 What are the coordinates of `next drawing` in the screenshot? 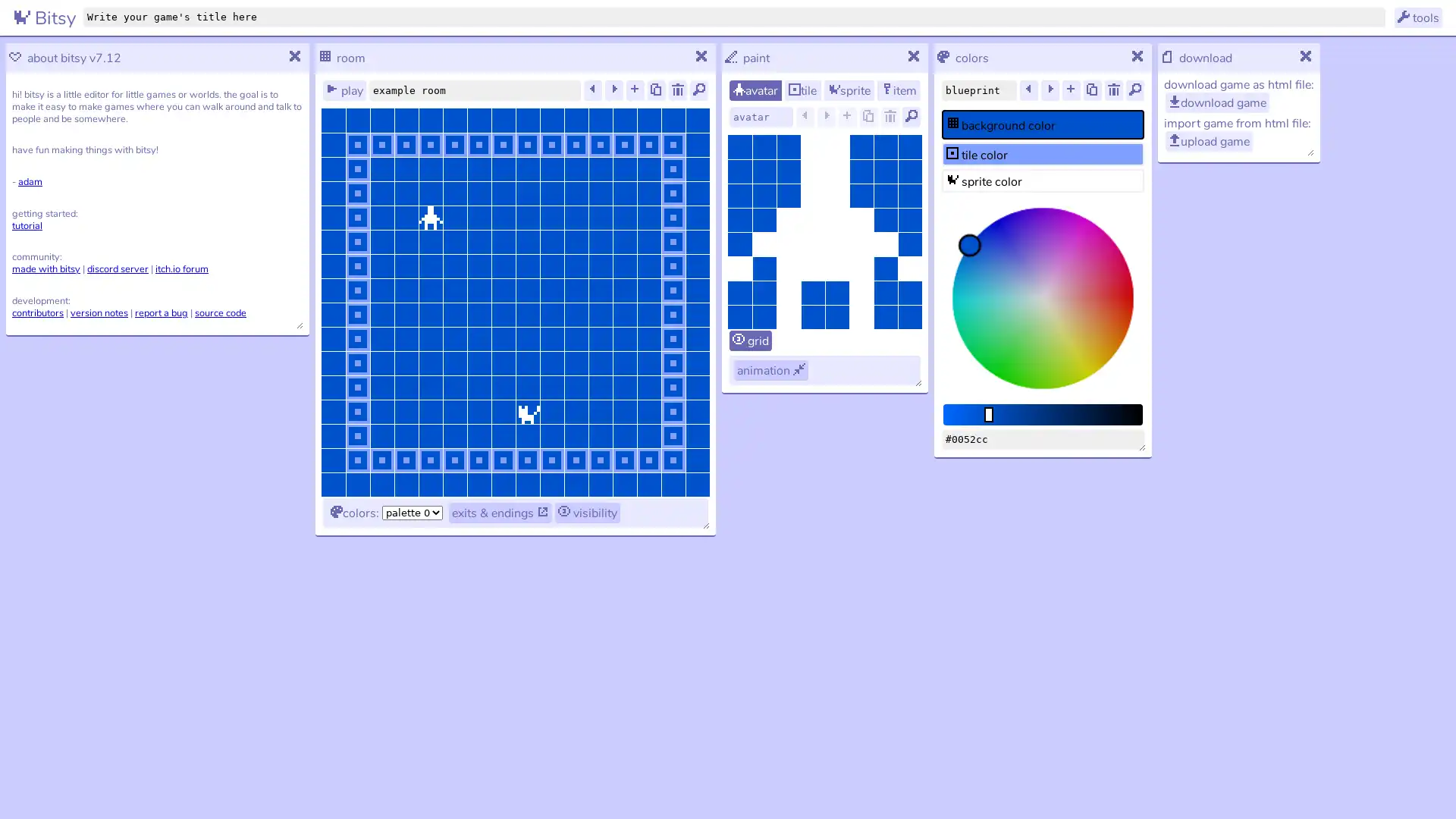 It's located at (825, 116).